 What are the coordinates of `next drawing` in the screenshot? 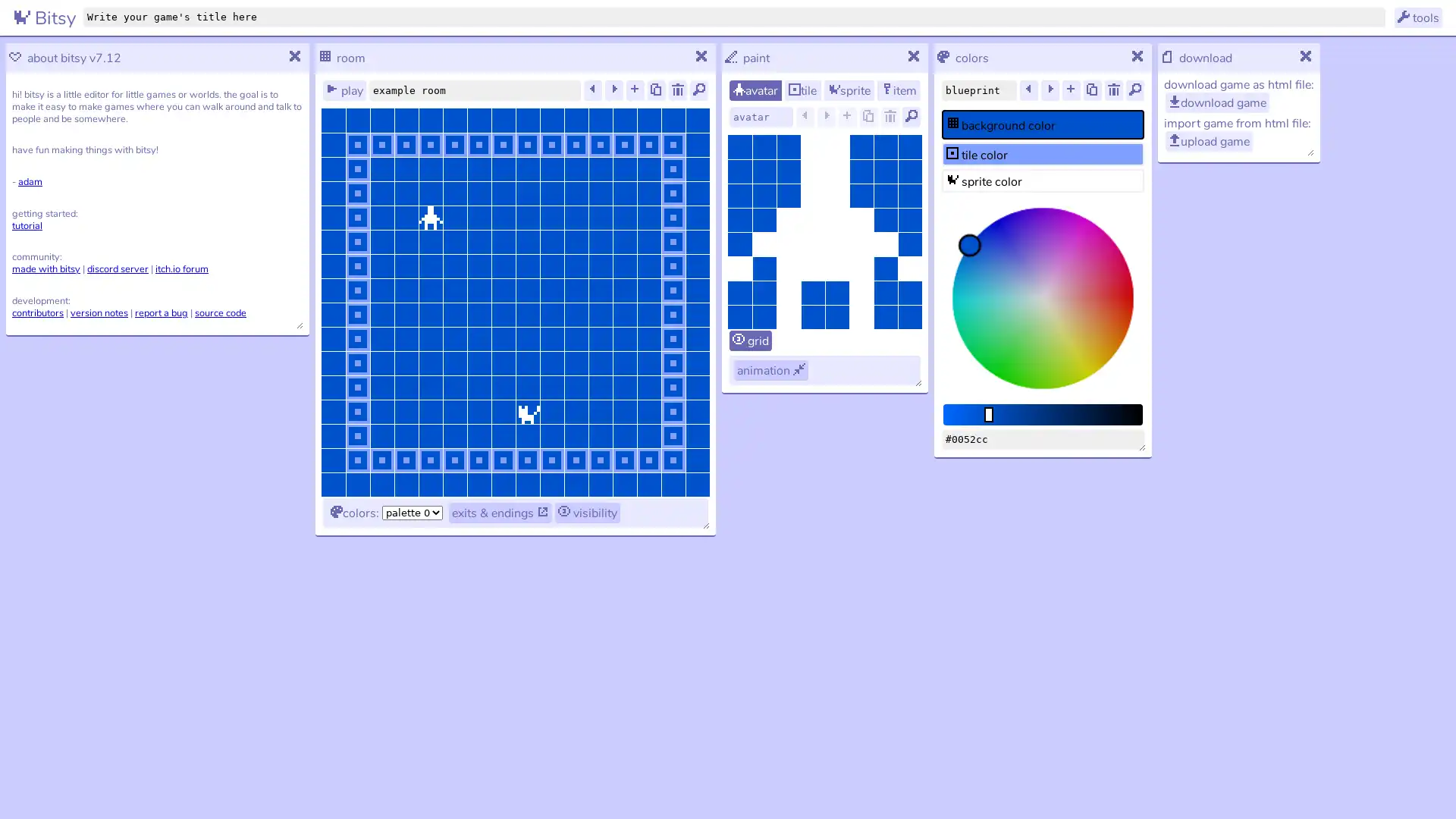 It's located at (825, 116).